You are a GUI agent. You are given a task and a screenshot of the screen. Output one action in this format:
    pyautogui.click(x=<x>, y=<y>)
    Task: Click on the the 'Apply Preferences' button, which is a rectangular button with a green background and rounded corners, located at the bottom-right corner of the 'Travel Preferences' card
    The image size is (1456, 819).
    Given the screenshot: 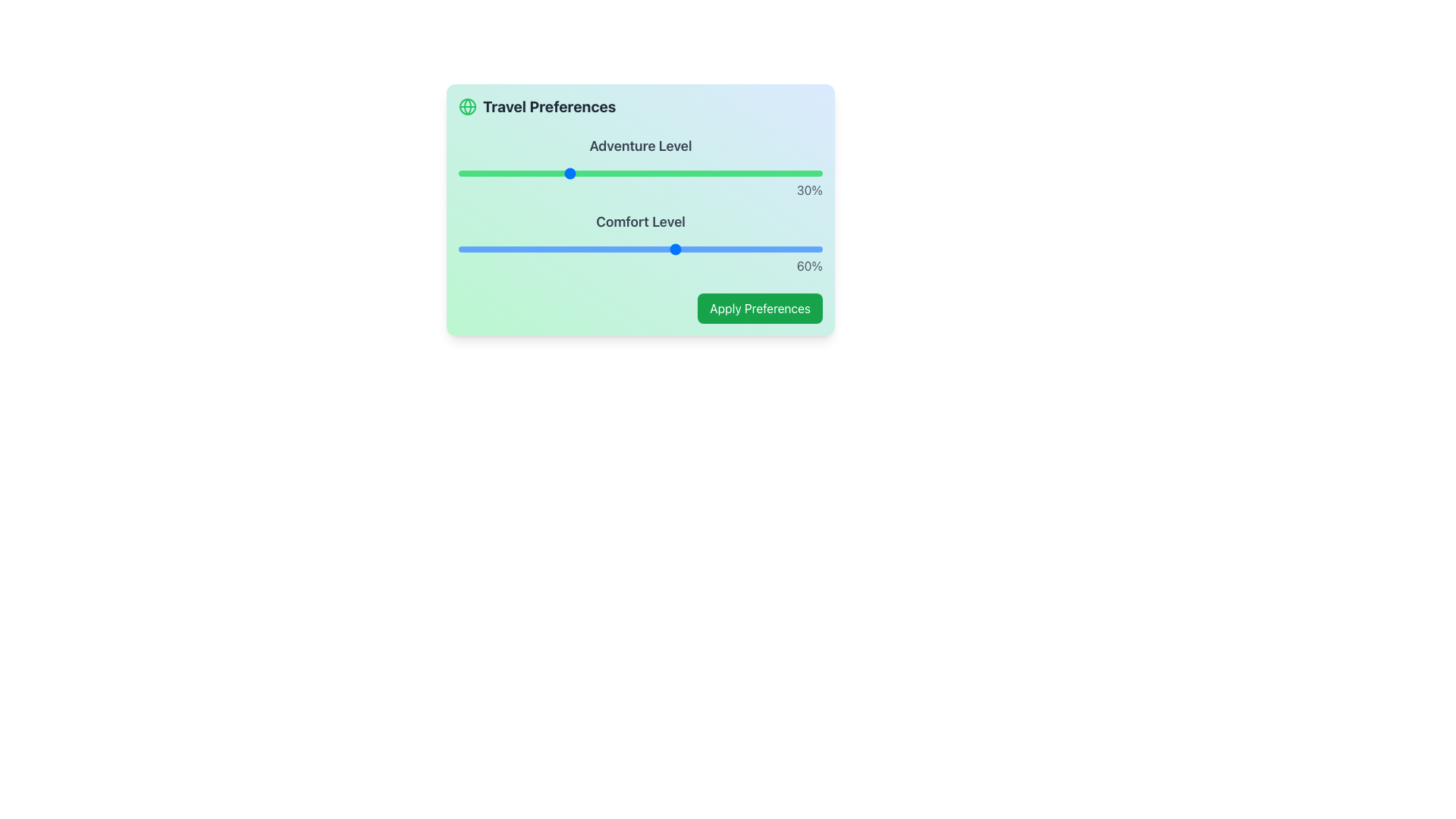 What is the action you would take?
    pyautogui.click(x=760, y=308)
    